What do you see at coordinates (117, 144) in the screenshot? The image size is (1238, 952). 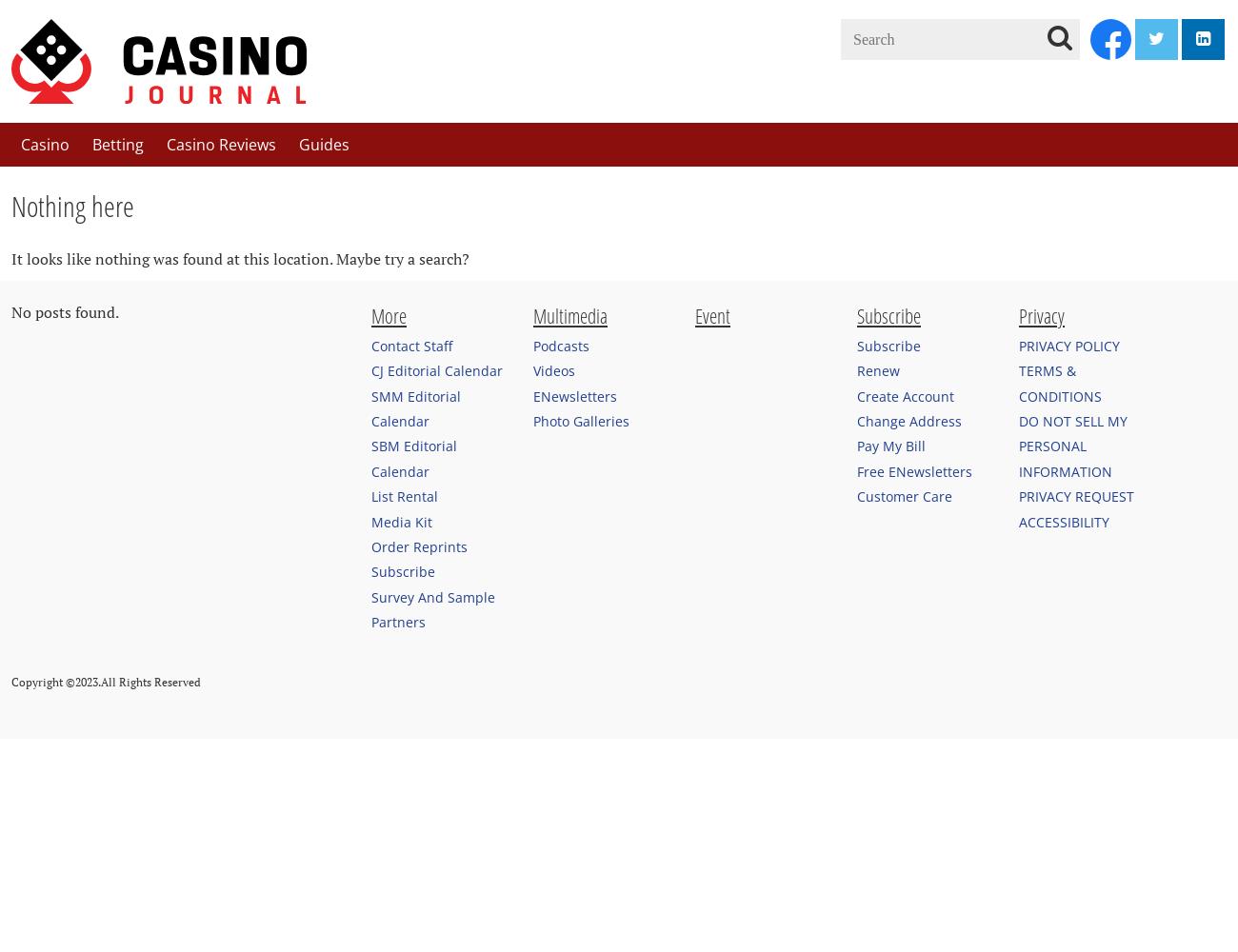 I see `'Betting'` at bounding box center [117, 144].